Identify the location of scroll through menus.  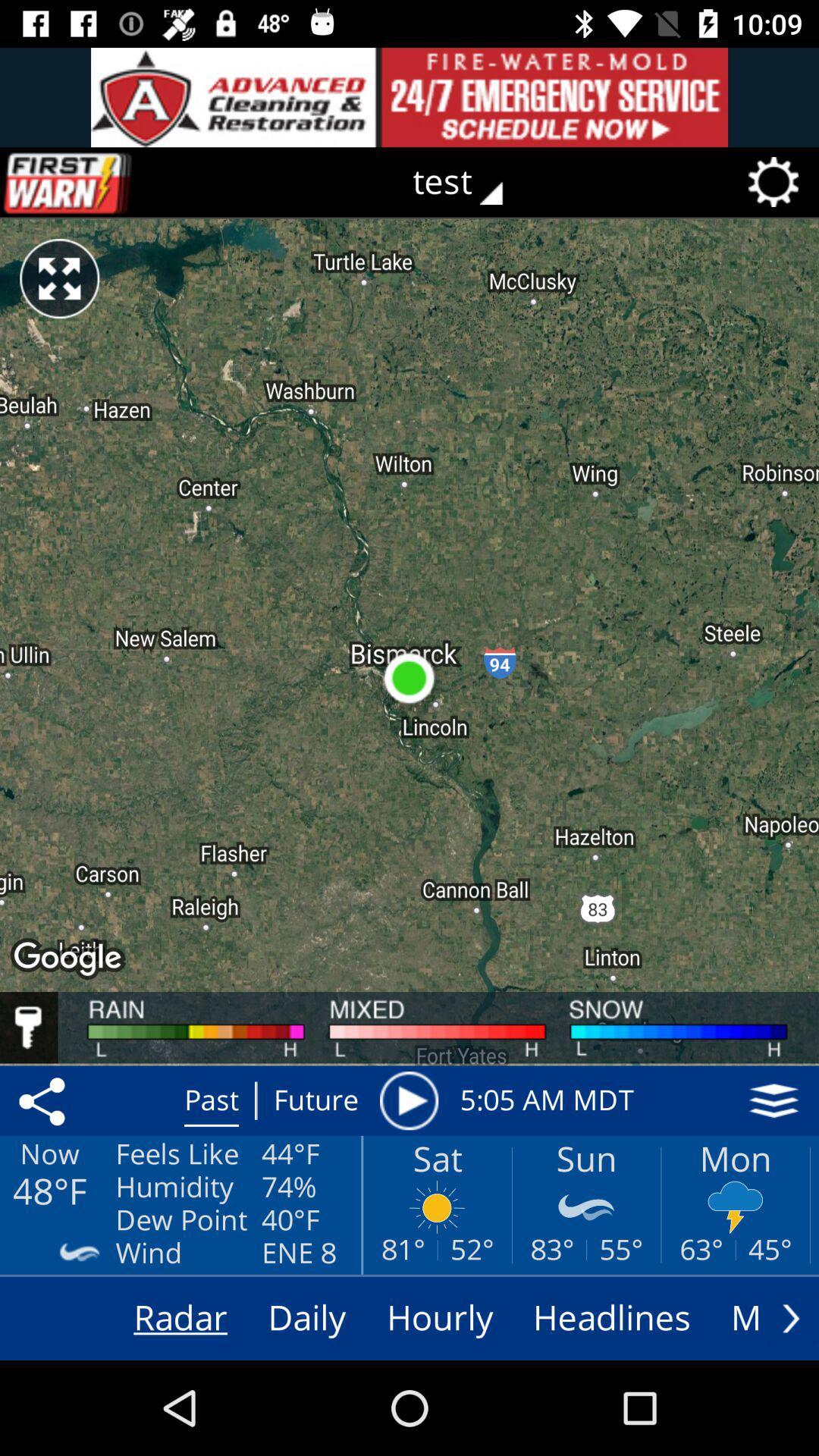
(790, 1317).